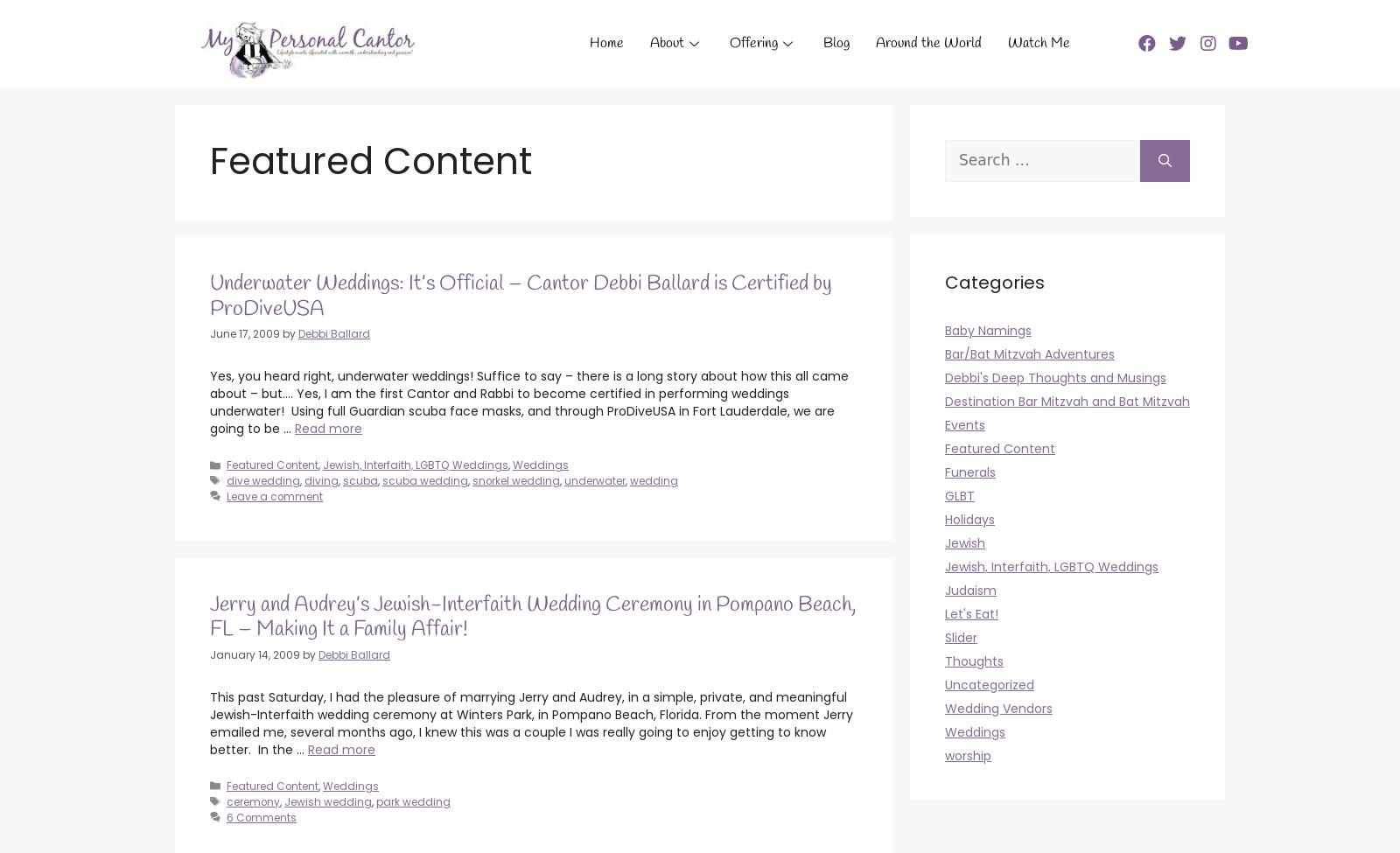  Describe the element at coordinates (697, 176) in the screenshot. I see `'Audio Prayers'` at that location.